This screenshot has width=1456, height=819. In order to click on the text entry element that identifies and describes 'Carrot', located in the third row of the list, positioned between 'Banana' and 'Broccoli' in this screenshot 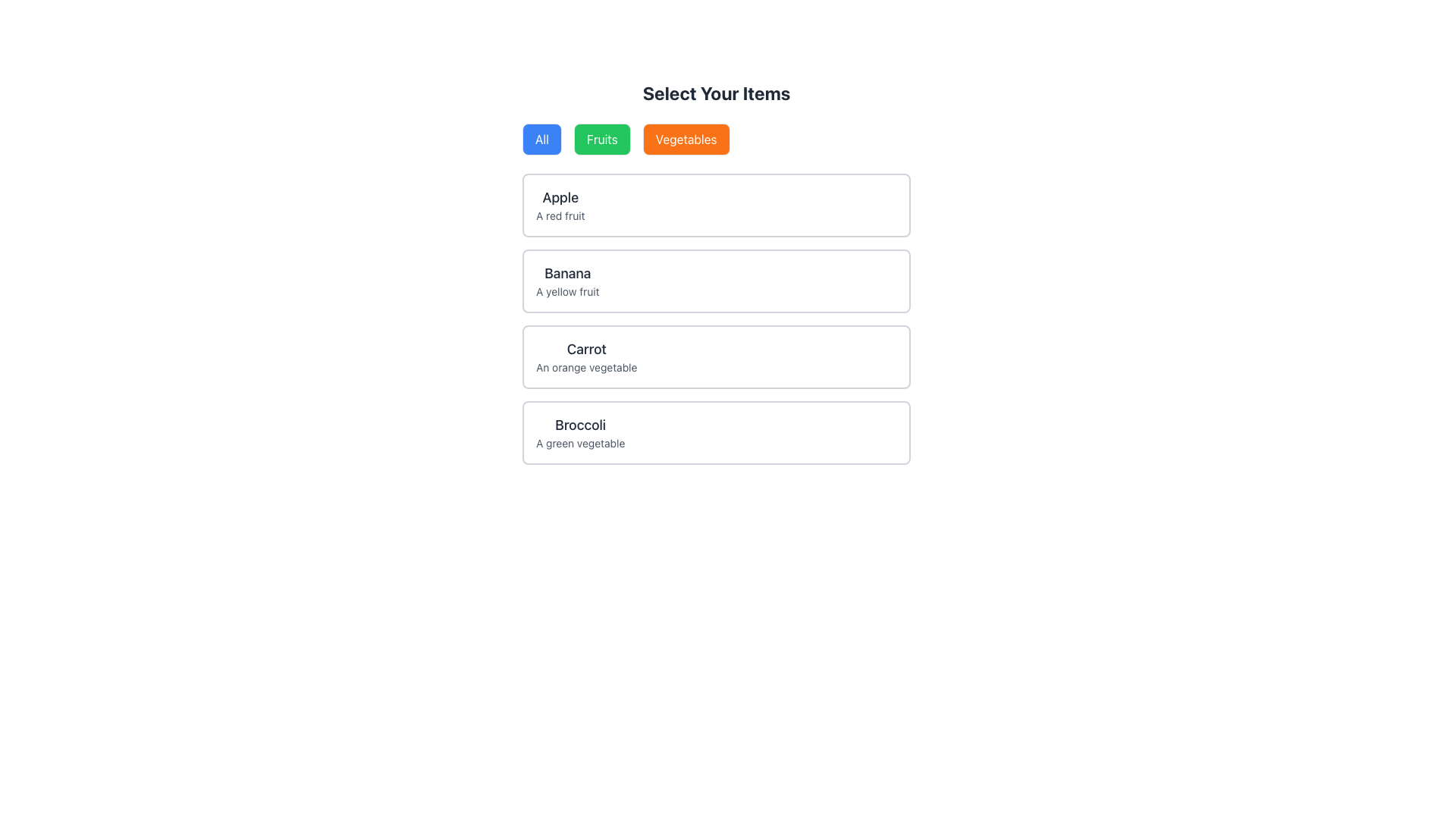, I will do `click(585, 356)`.